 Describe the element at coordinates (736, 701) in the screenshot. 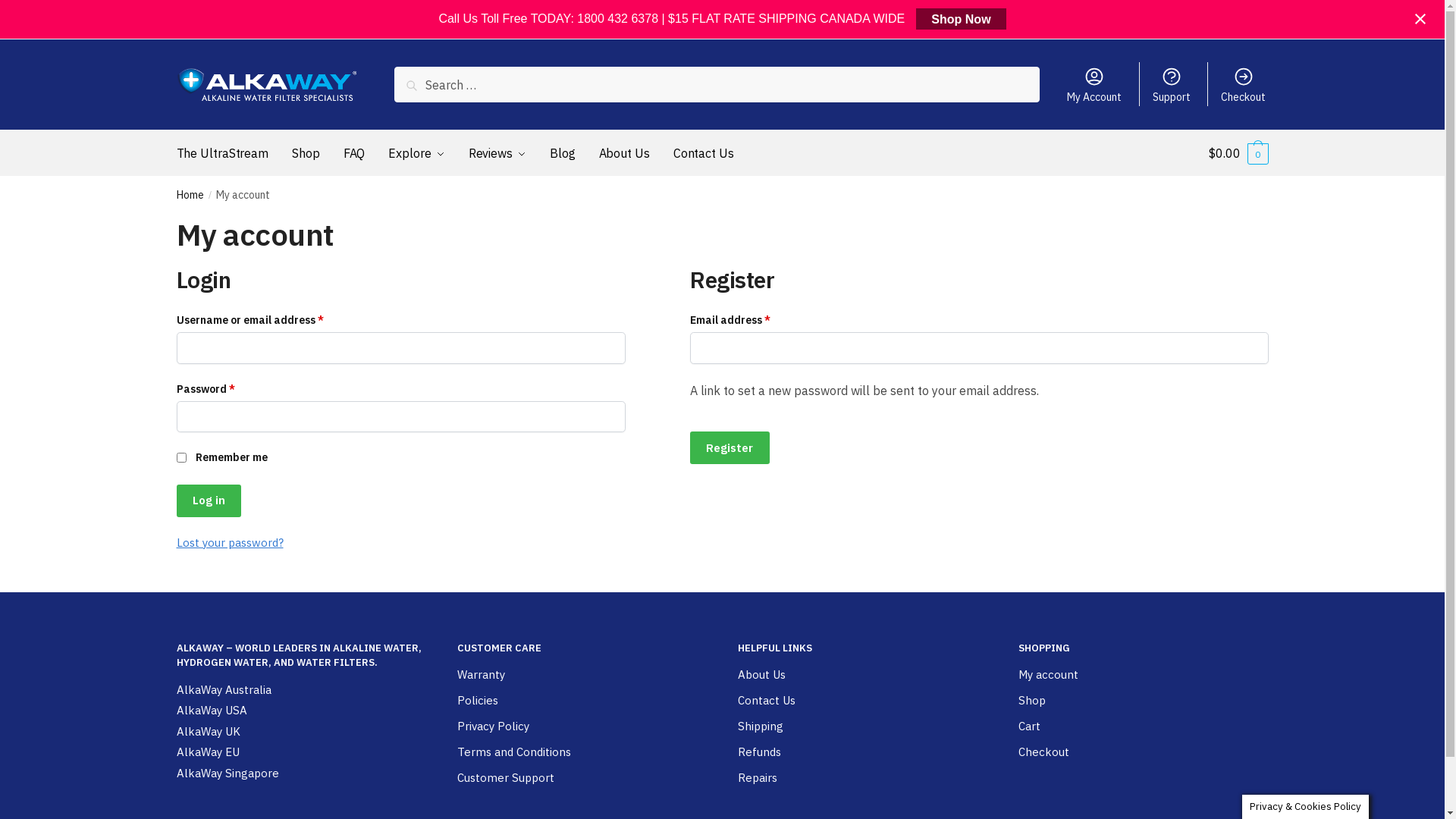

I see `'Contact Us'` at that location.